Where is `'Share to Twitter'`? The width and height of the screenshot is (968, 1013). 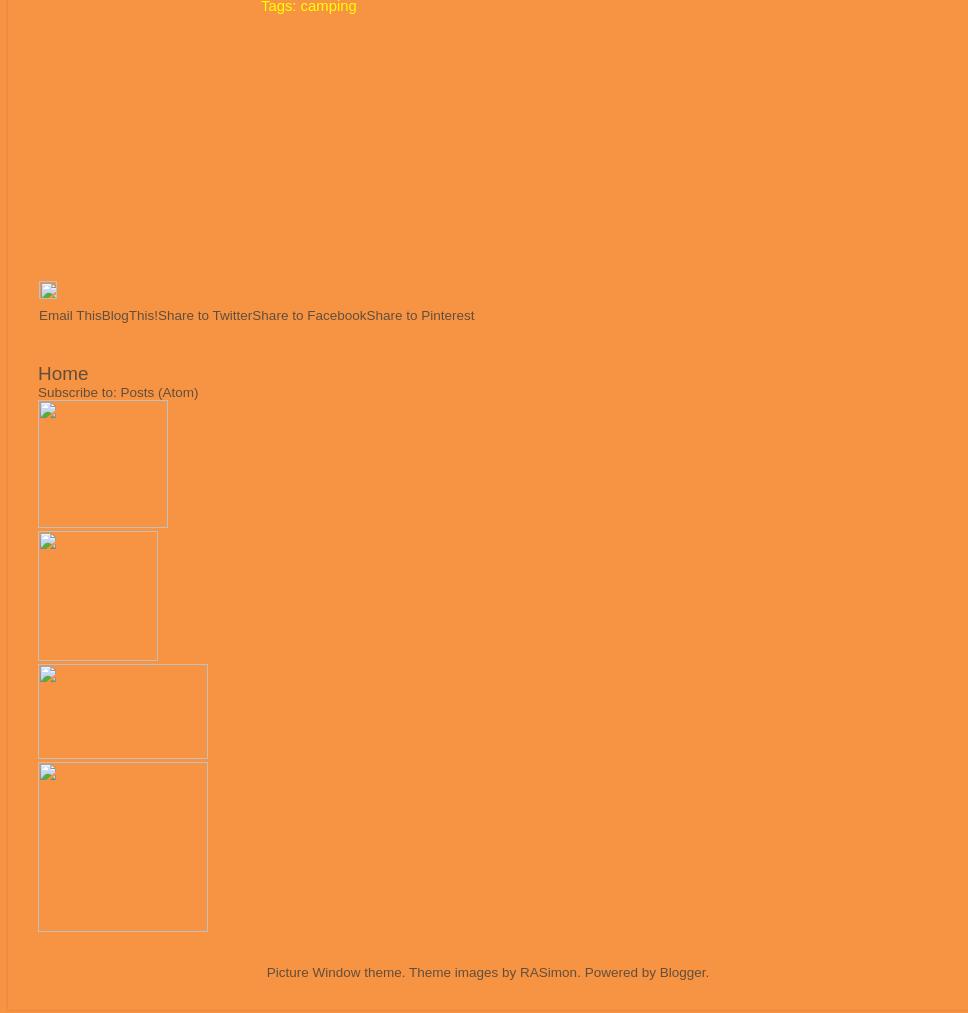
'Share to Twitter' is located at coordinates (204, 315).